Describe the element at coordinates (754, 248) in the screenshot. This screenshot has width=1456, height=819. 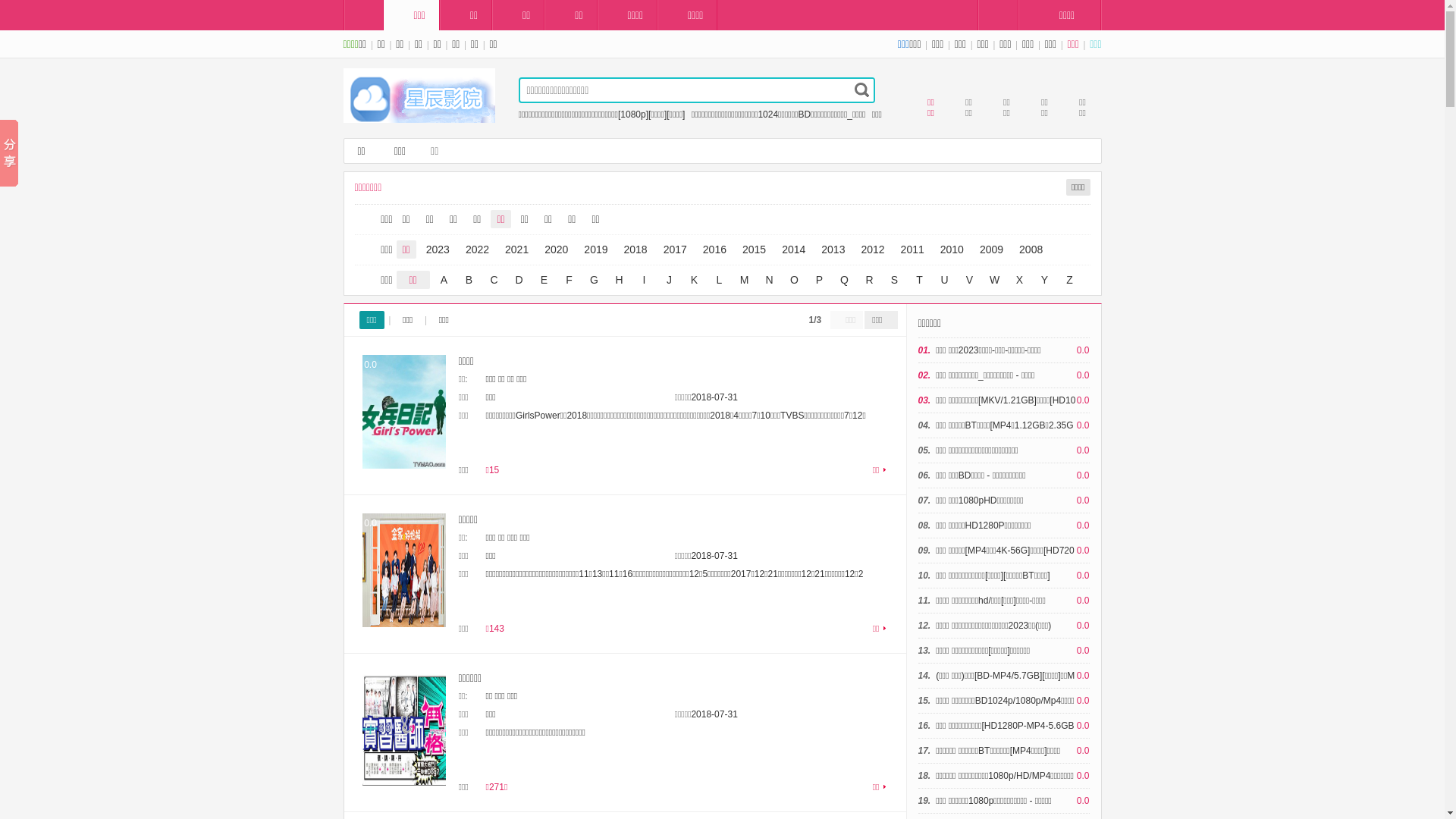
I see `'2015'` at that location.